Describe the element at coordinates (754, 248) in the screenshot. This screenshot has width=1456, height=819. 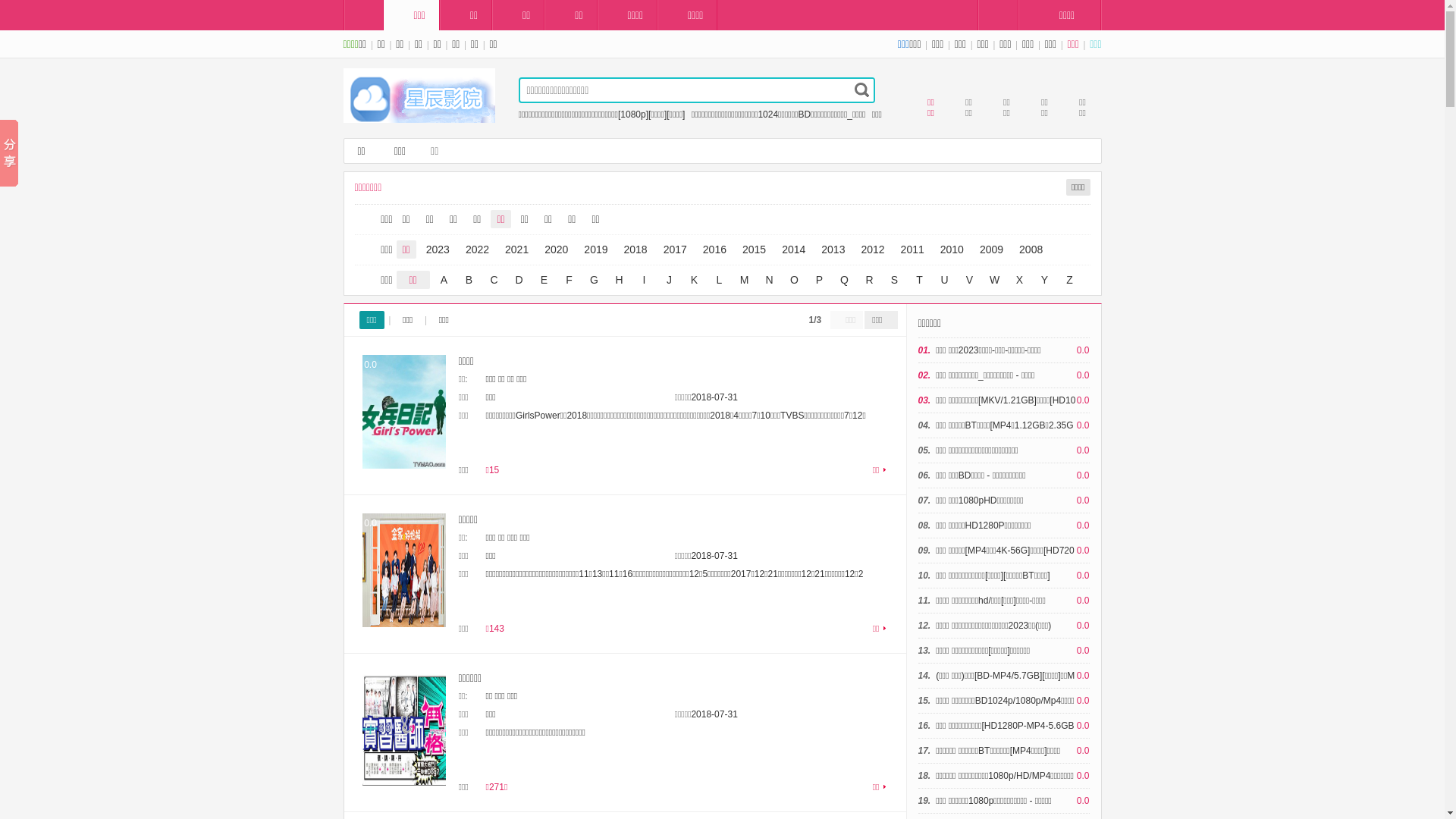
I see `'2015'` at that location.